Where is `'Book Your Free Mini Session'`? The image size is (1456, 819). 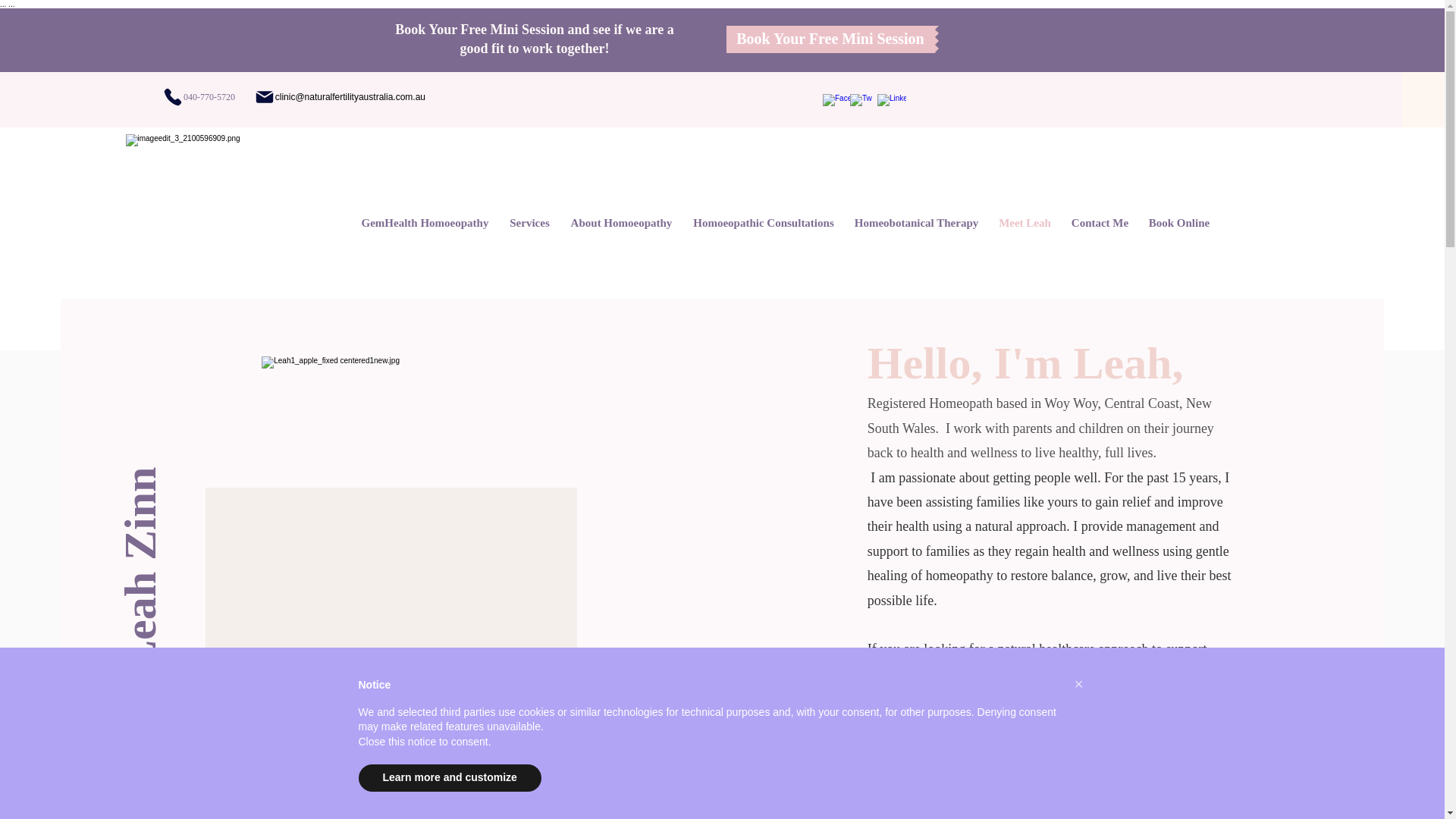 'Book Your Free Mini Session' is located at coordinates (830, 38).